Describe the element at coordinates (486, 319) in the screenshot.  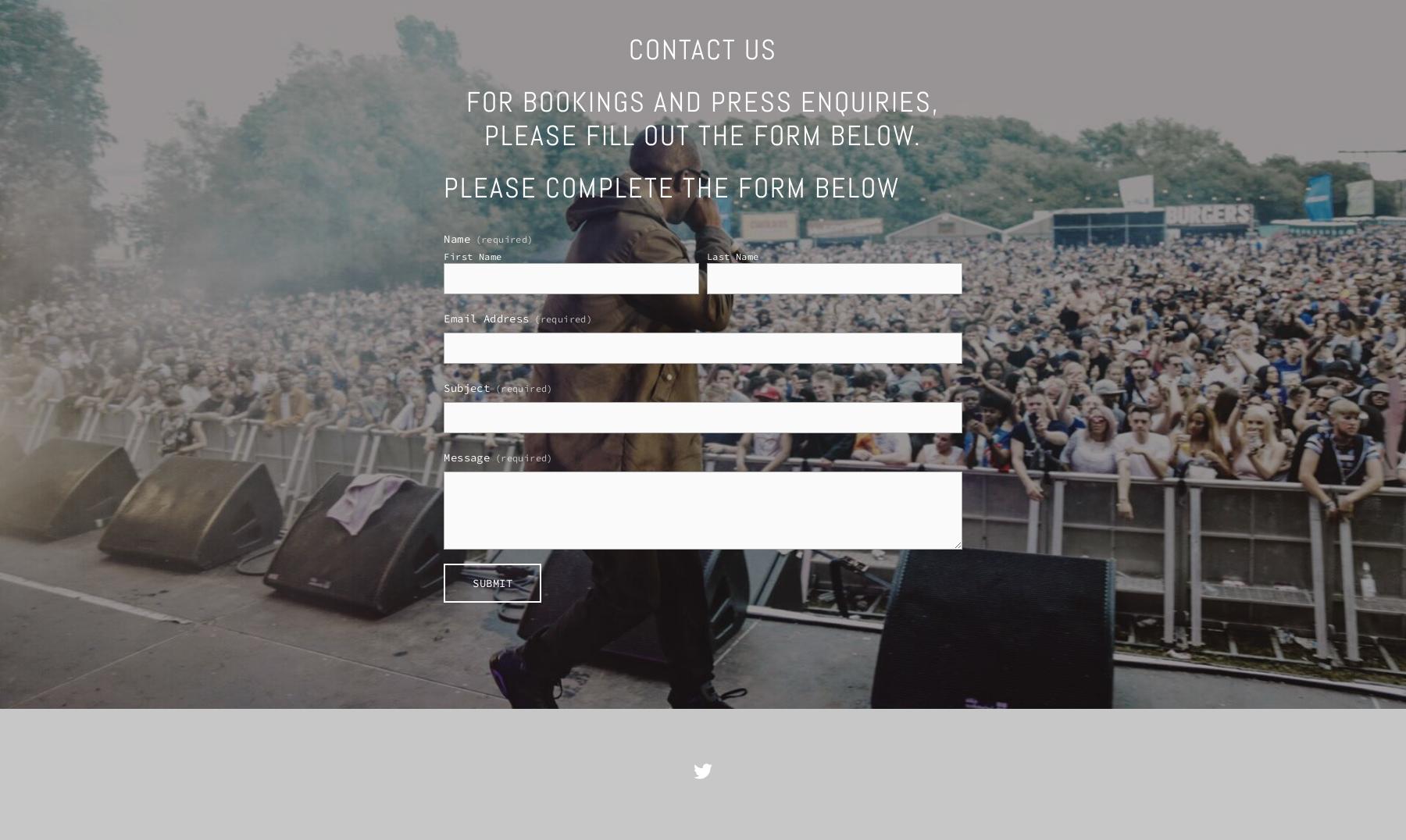
I see `'Email Address'` at that location.